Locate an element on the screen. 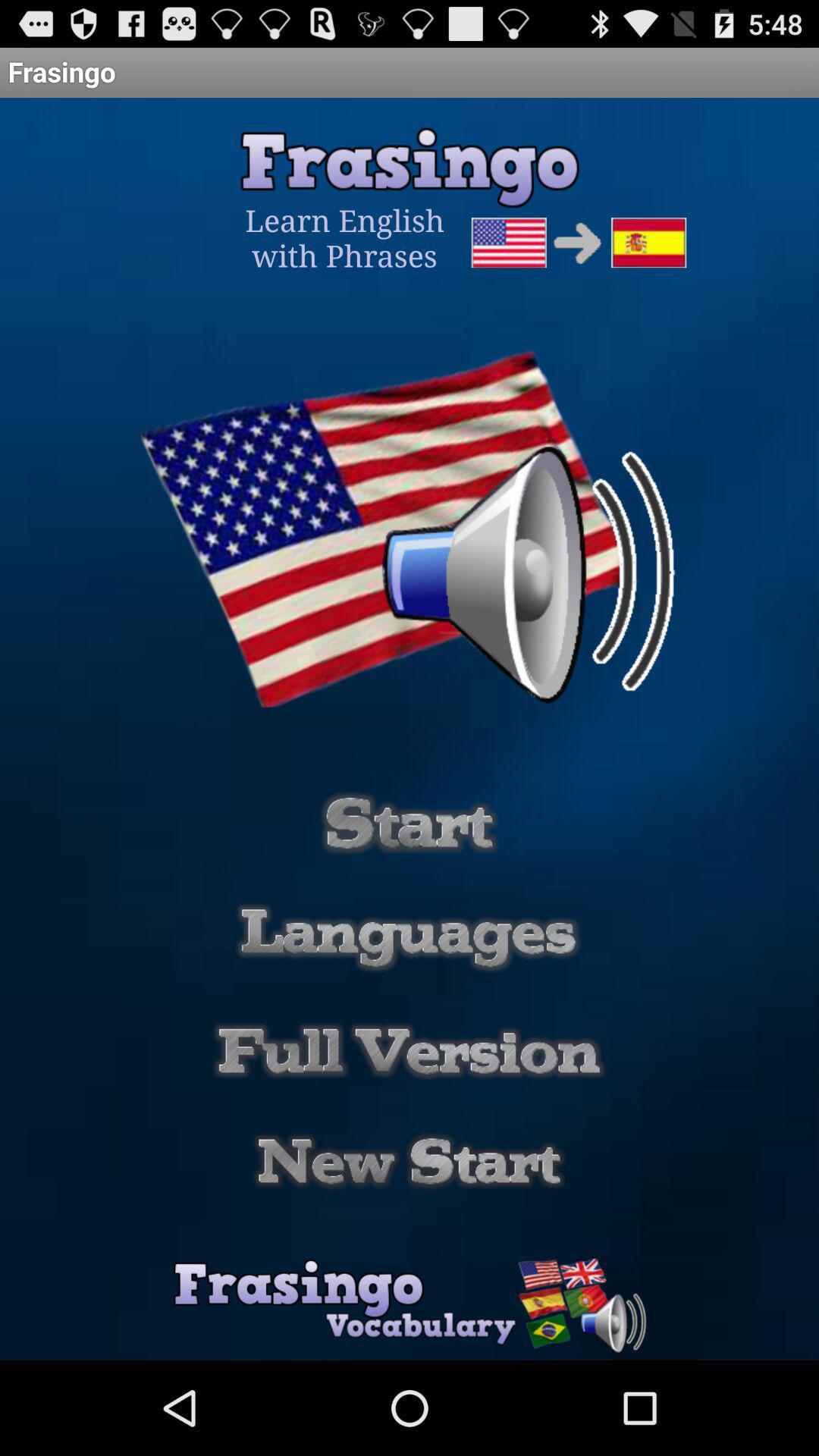 The image size is (819, 1456). change language is located at coordinates (408, 937).